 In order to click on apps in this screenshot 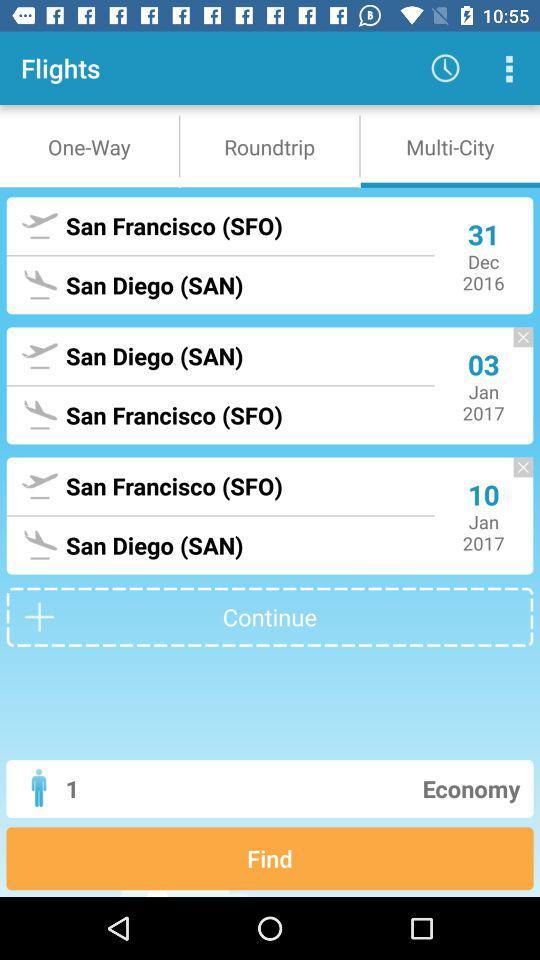, I will do `click(508, 68)`.